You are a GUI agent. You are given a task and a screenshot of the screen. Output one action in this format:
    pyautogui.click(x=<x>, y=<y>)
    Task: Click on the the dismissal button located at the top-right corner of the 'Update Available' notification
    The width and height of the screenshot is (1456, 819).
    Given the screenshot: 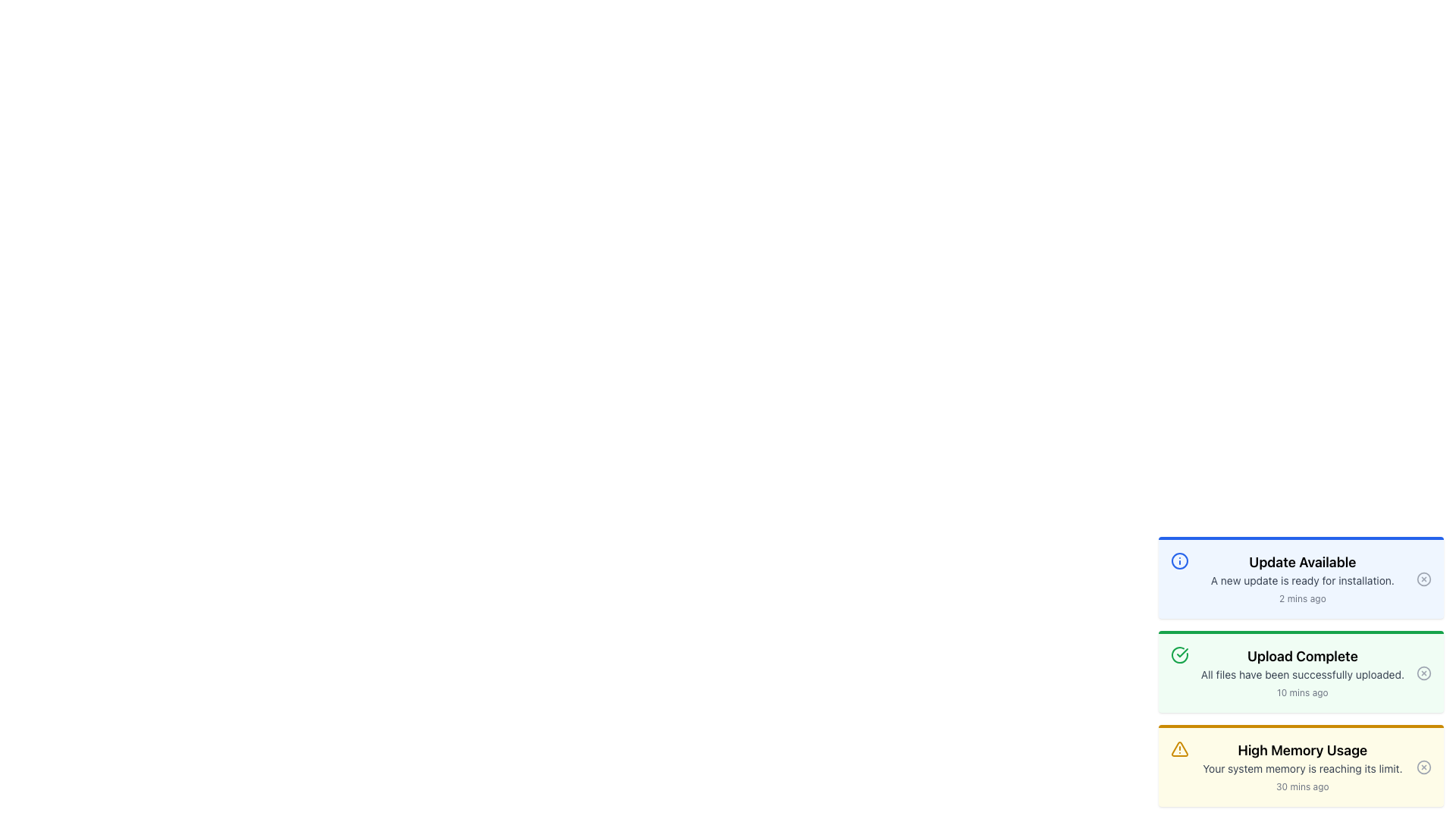 What is the action you would take?
    pyautogui.click(x=1423, y=579)
    